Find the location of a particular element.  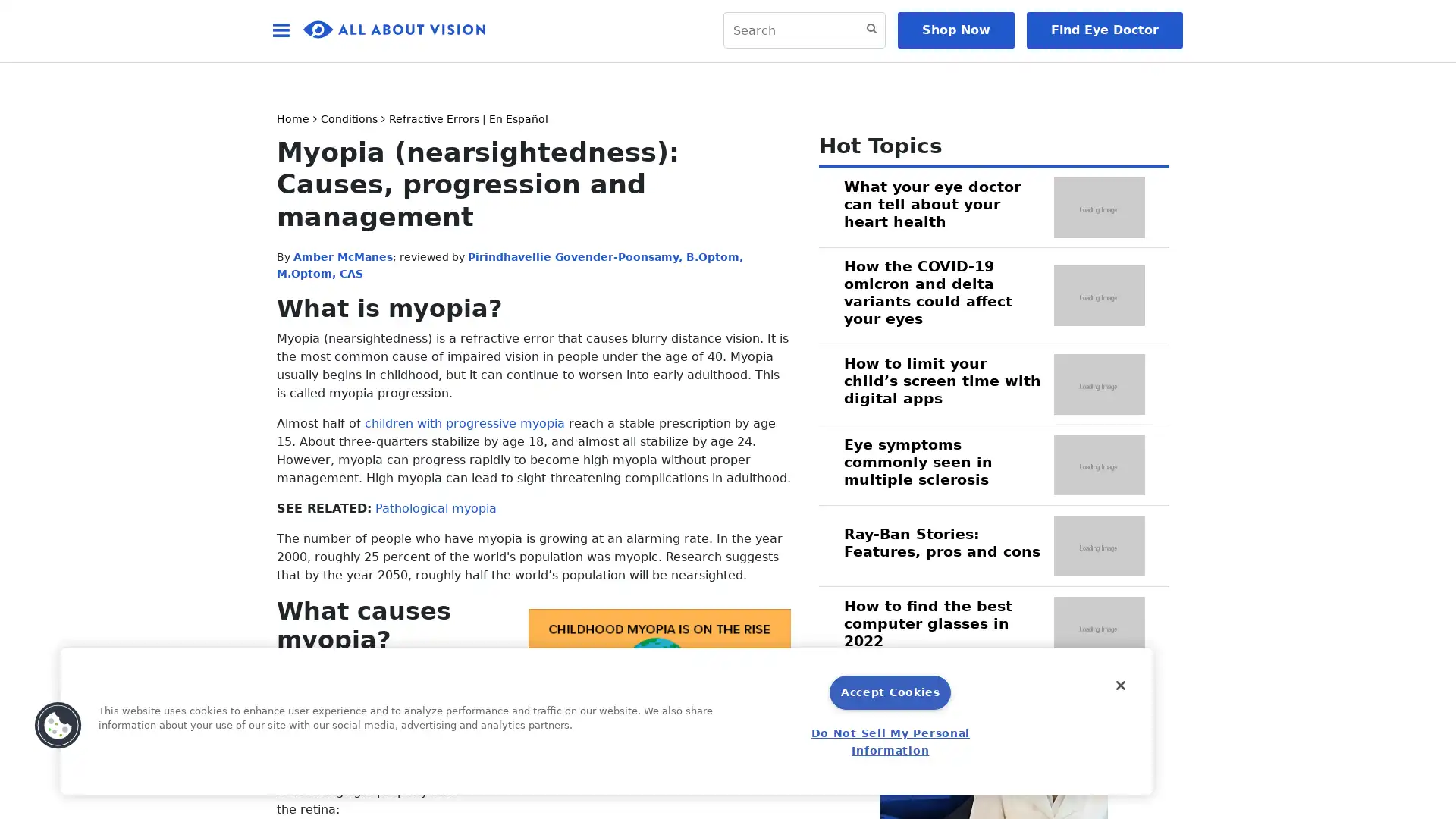

Cookies is located at coordinates (58, 724).